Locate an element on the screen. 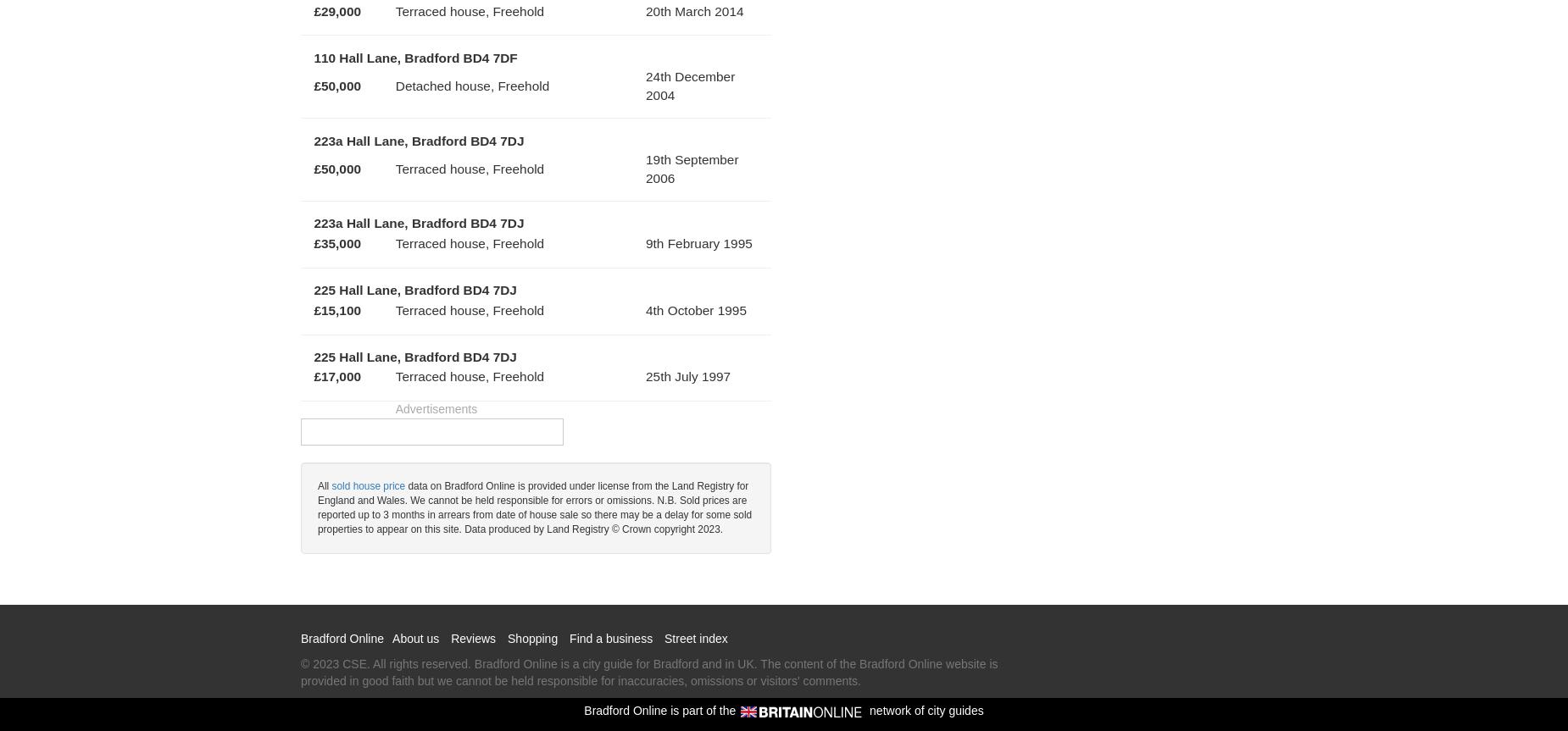  '£15,100' is located at coordinates (336, 309).